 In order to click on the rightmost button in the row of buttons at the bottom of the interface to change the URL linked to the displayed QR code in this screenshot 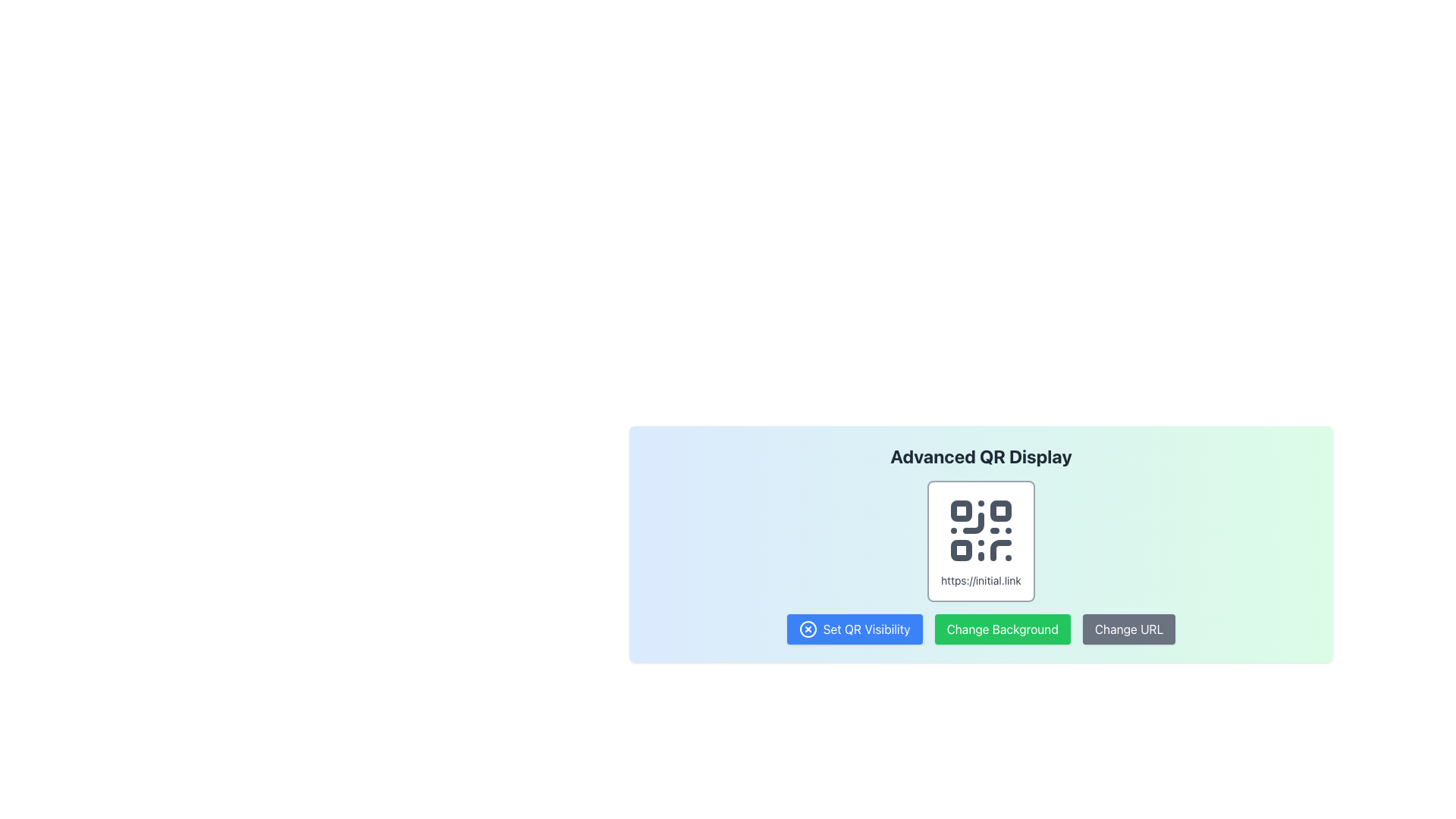, I will do `click(1129, 629)`.